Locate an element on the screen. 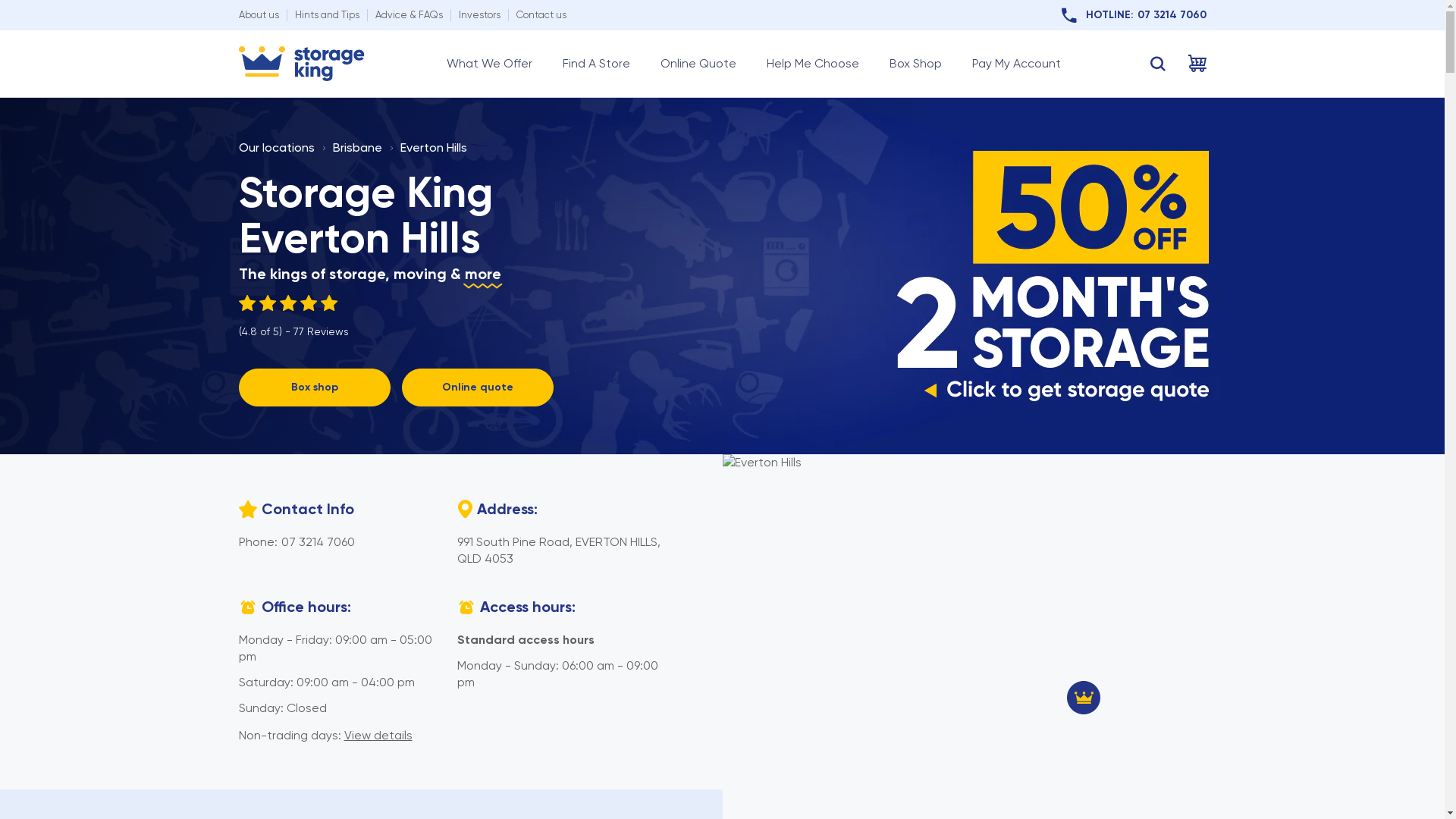 The image size is (1456, 819). 'Find A Store' is located at coordinates (595, 63).